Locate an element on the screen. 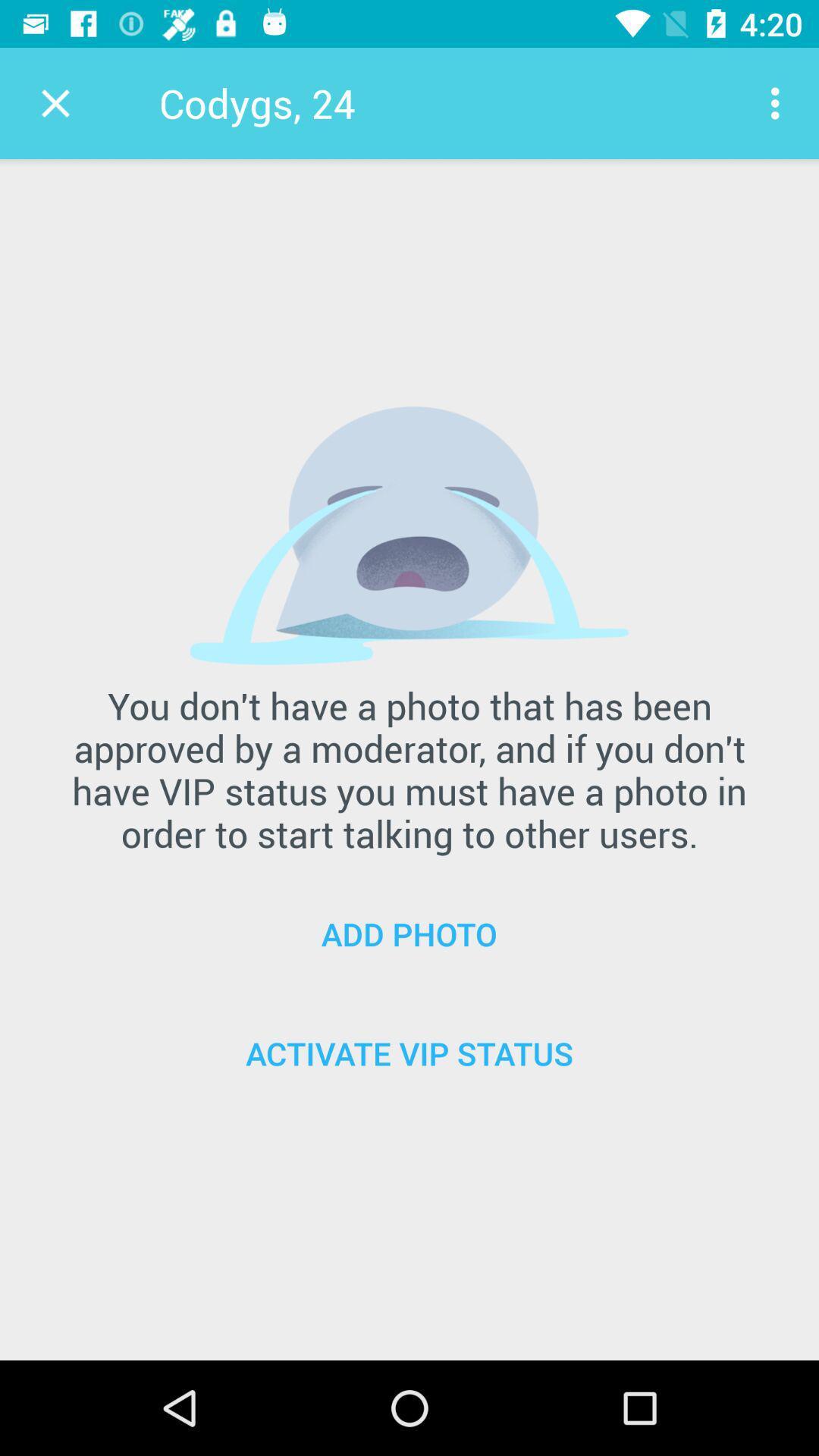 The width and height of the screenshot is (819, 1456). the icon below you don t is located at coordinates (409, 933).